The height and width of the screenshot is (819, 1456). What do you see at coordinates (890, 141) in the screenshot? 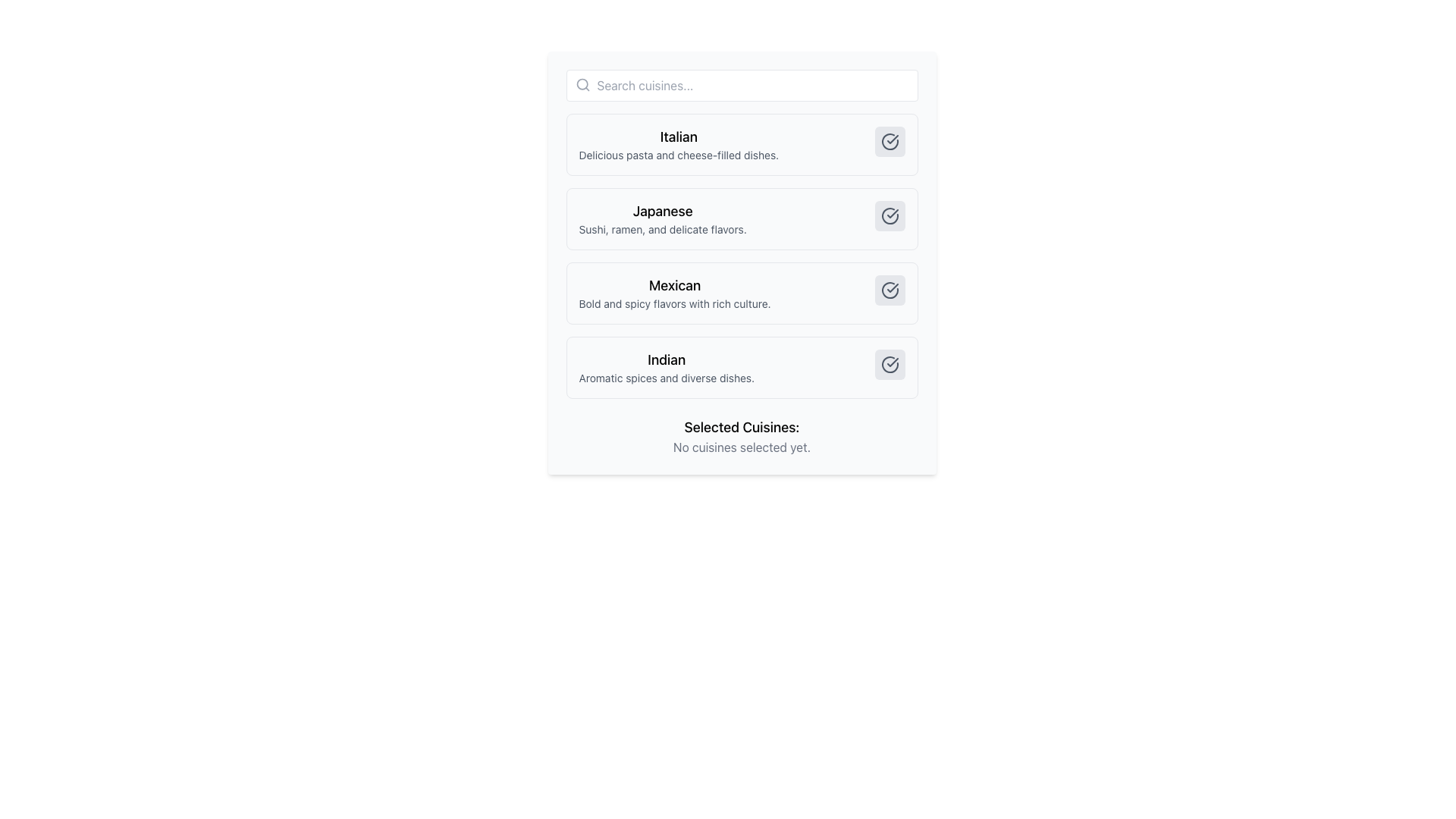
I see `the circular icon with a checkmark located in the top-right corner of the 'Italian' item block, which signifies a selection or confirmation action` at bounding box center [890, 141].